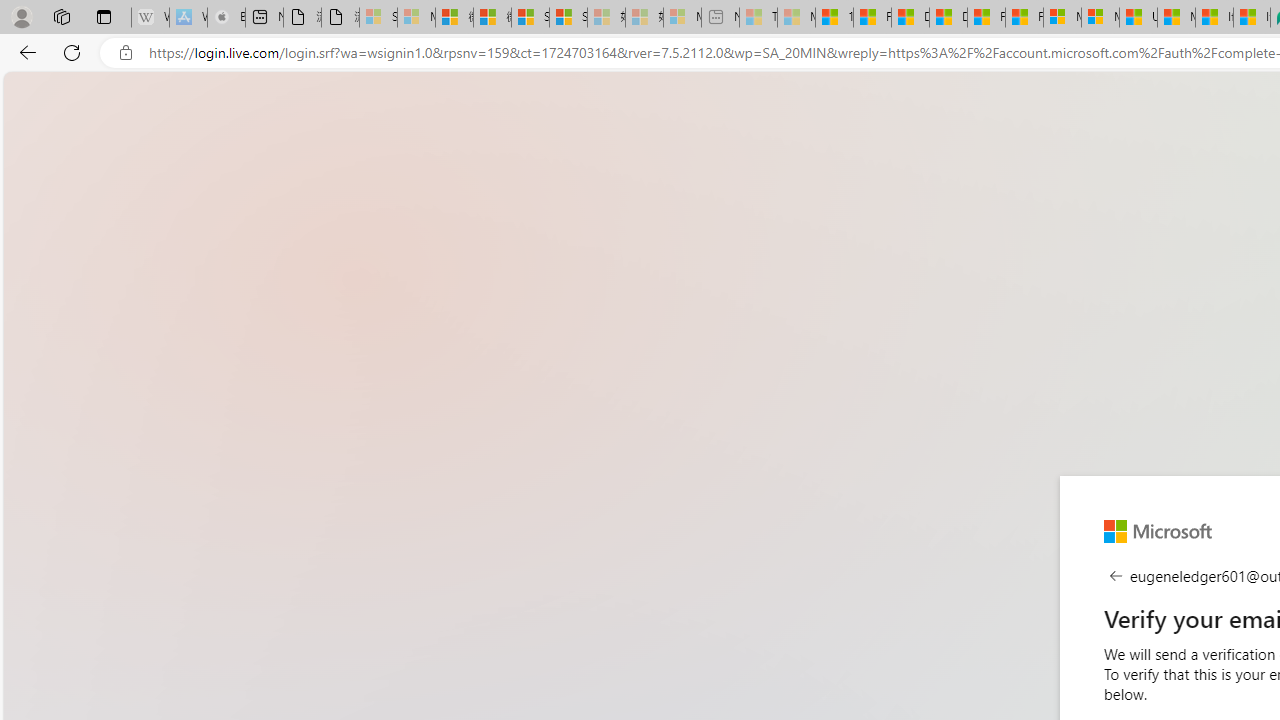 The height and width of the screenshot is (720, 1280). I want to click on 'Top Stories - MSN - Sleeping', so click(757, 17).